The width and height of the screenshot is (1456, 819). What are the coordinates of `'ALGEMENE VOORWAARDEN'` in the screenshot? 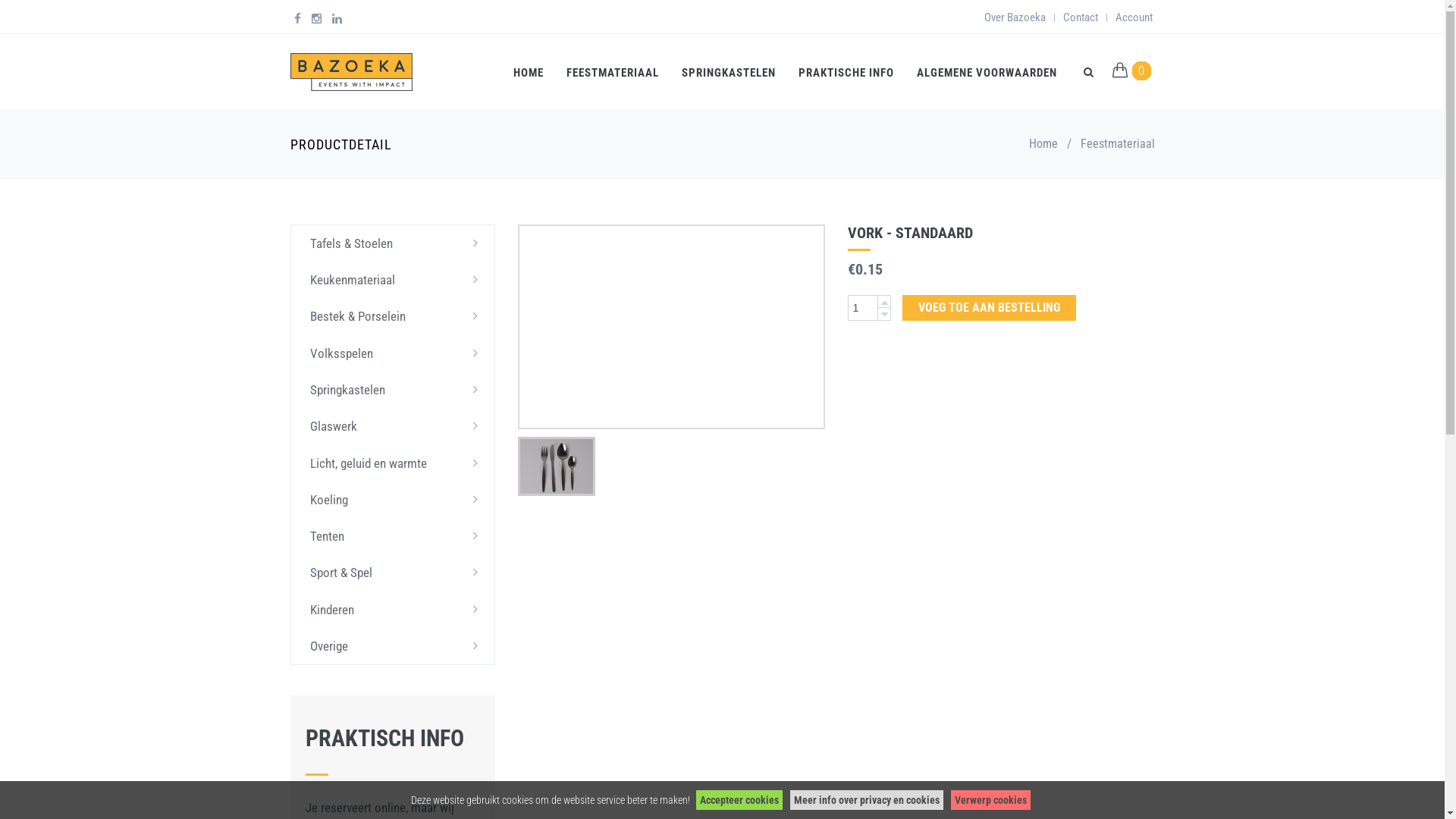 It's located at (987, 72).